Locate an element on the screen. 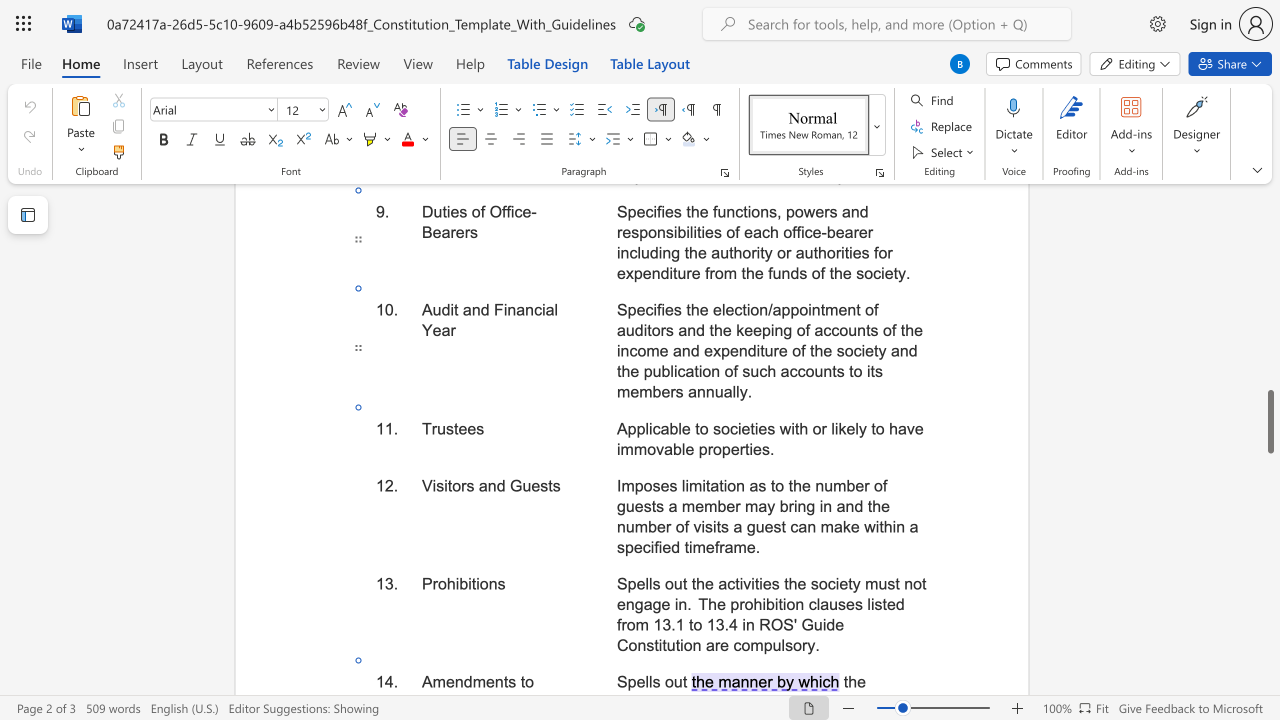 Image resolution: width=1280 pixels, height=720 pixels. the 3th character "p" in the text is located at coordinates (703, 448).